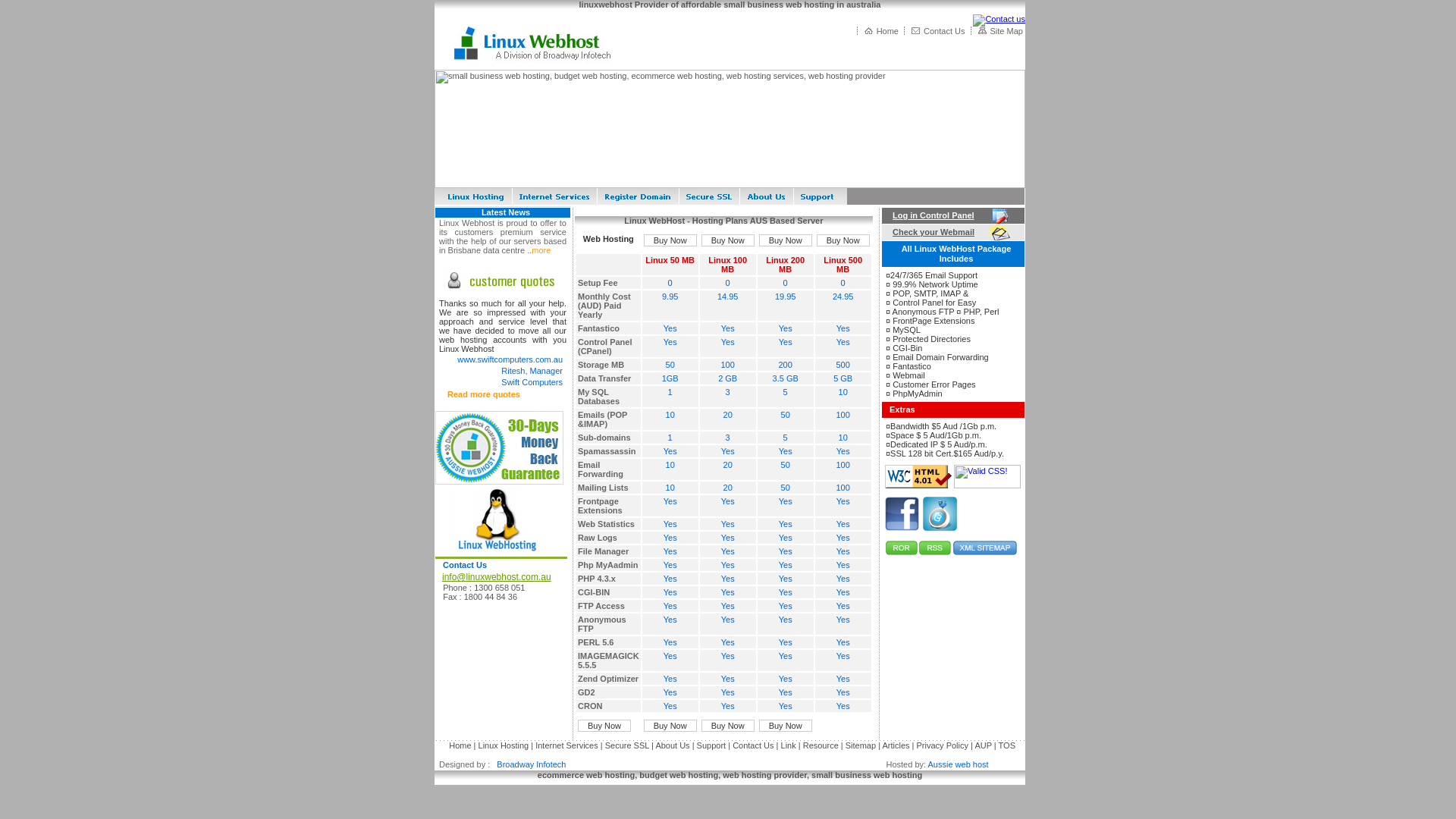 The image size is (1456, 819). I want to click on 'Site Map', so click(1006, 31).